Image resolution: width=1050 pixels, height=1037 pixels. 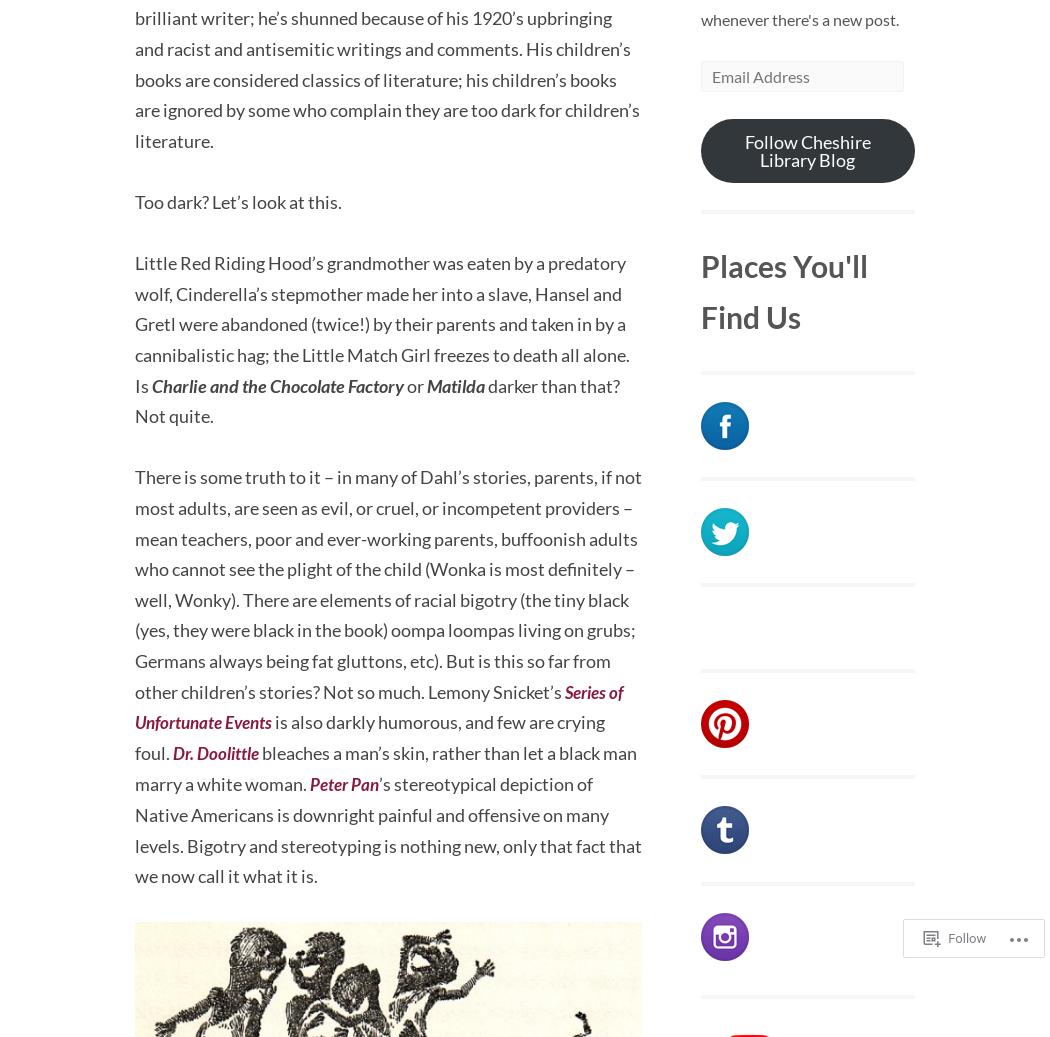 What do you see at coordinates (388, 828) in the screenshot?
I see `'’s stereotypical depiction of Native Americans is downright painful and offensive on many levels. Bigotry and stereotyping is nothing new, only that fact that we now call it what it is.'` at bounding box center [388, 828].